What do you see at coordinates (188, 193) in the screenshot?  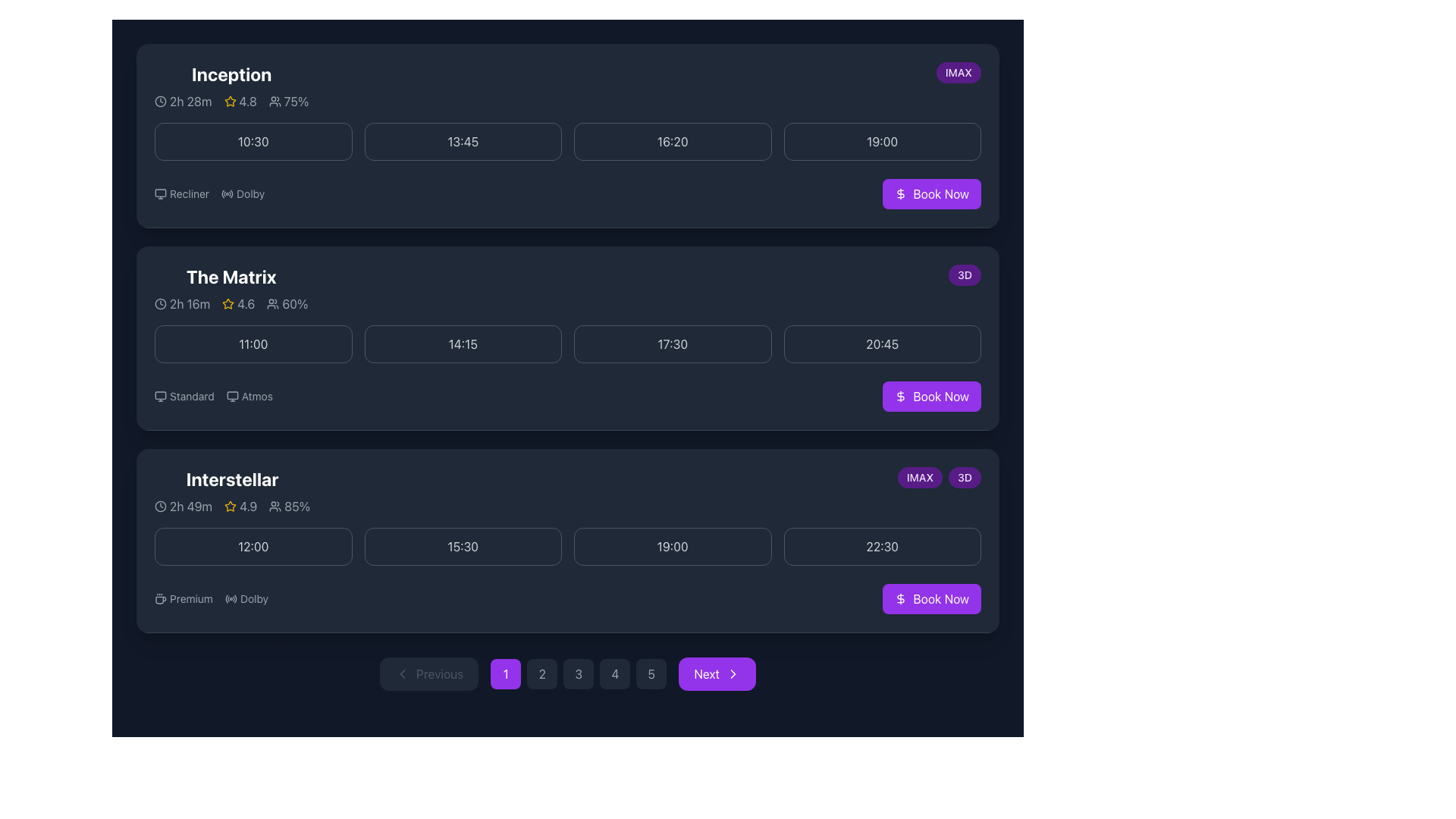 I see `the static text label indicating the seating arrangement option 'Recliner', located below the film title and runtime information of the 'Inception' panel, in the upper-central region of the interface` at bounding box center [188, 193].